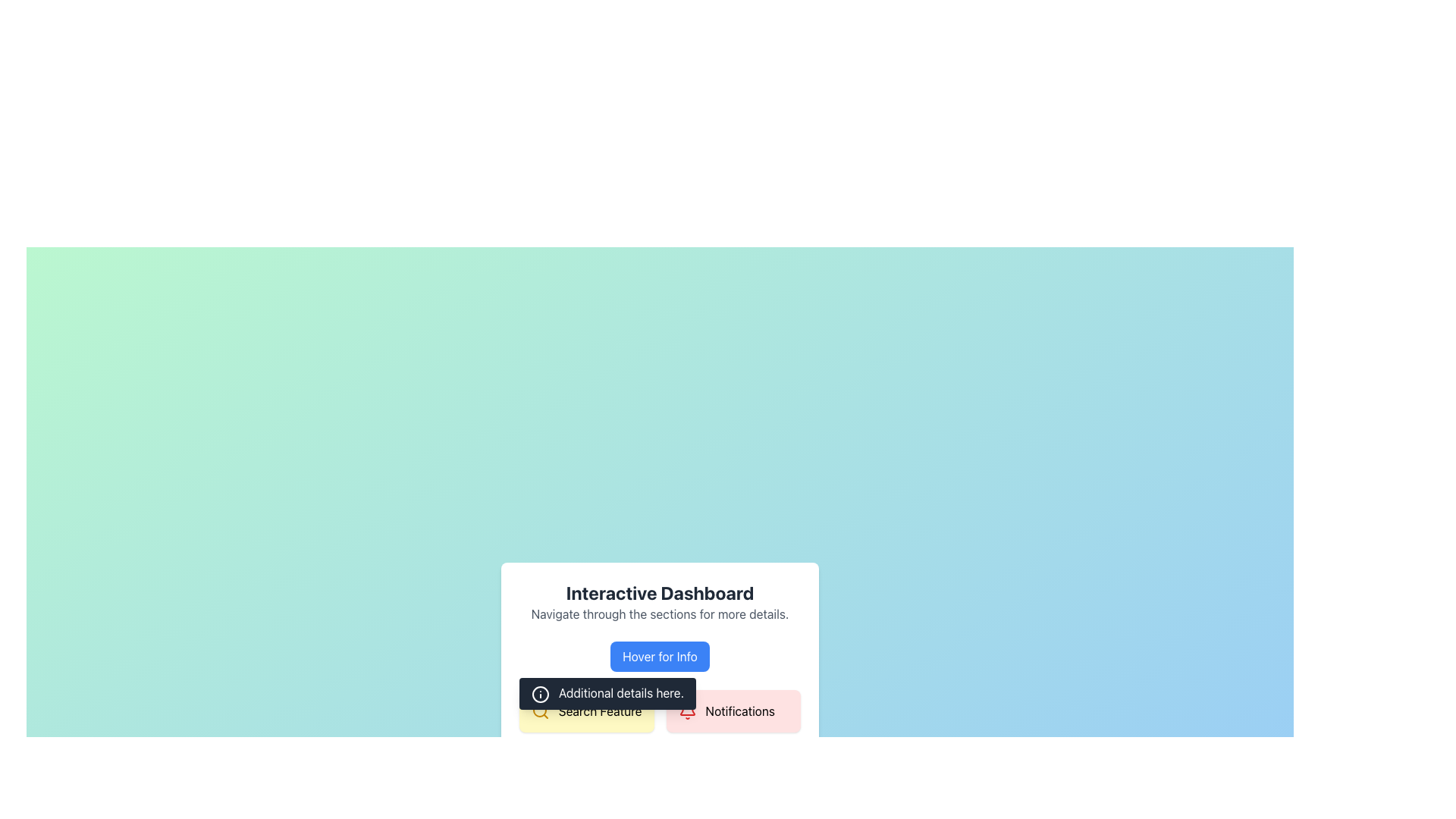 This screenshot has width=1456, height=819. Describe the element at coordinates (540, 711) in the screenshot. I see `the search icon which symbolizes the searching functionality, located in the bottom left of the 'Interactive Dashboard' card` at that location.